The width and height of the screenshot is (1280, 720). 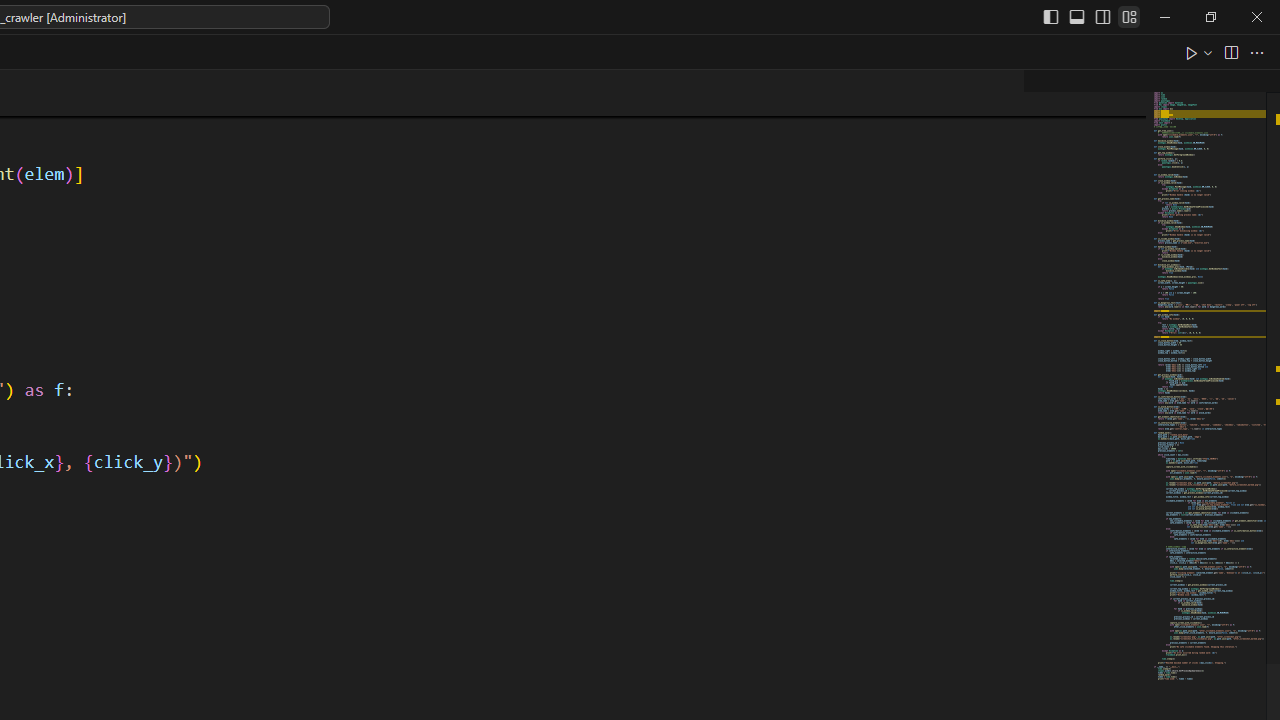 What do you see at coordinates (1225, 51) in the screenshot?
I see `'Editor actions'` at bounding box center [1225, 51].